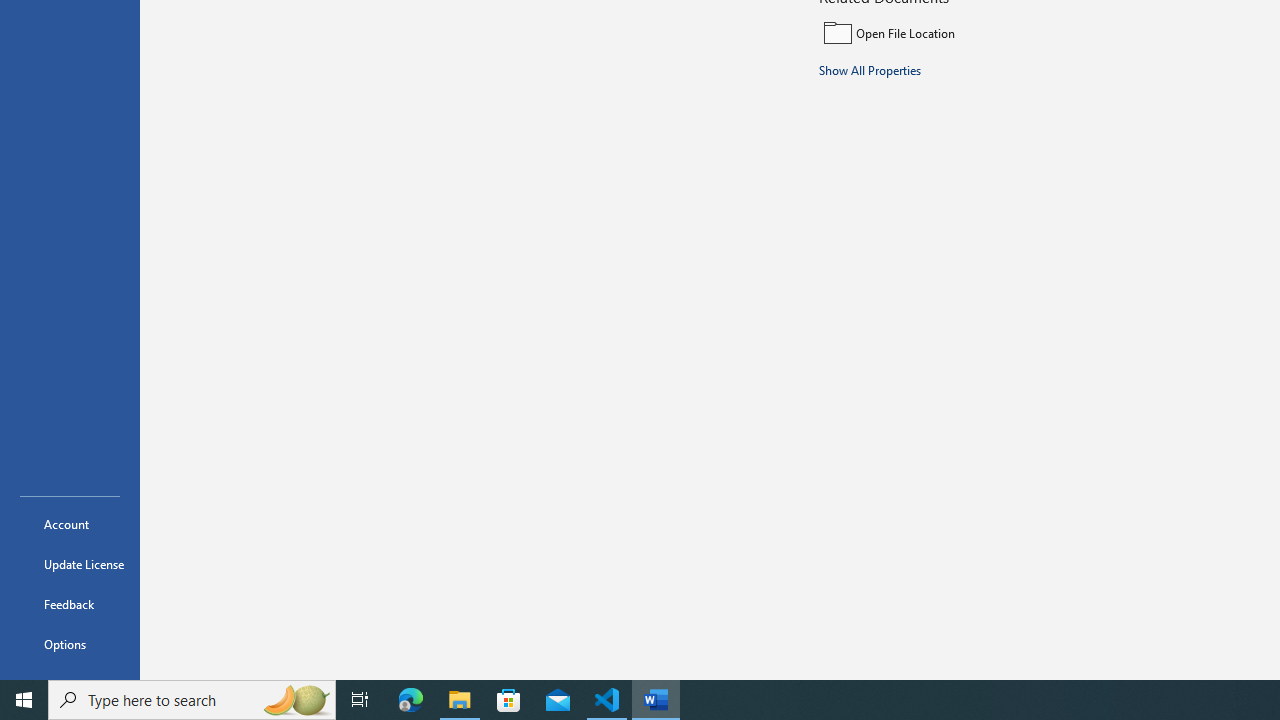  I want to click on 'Account', so click(69, 523).